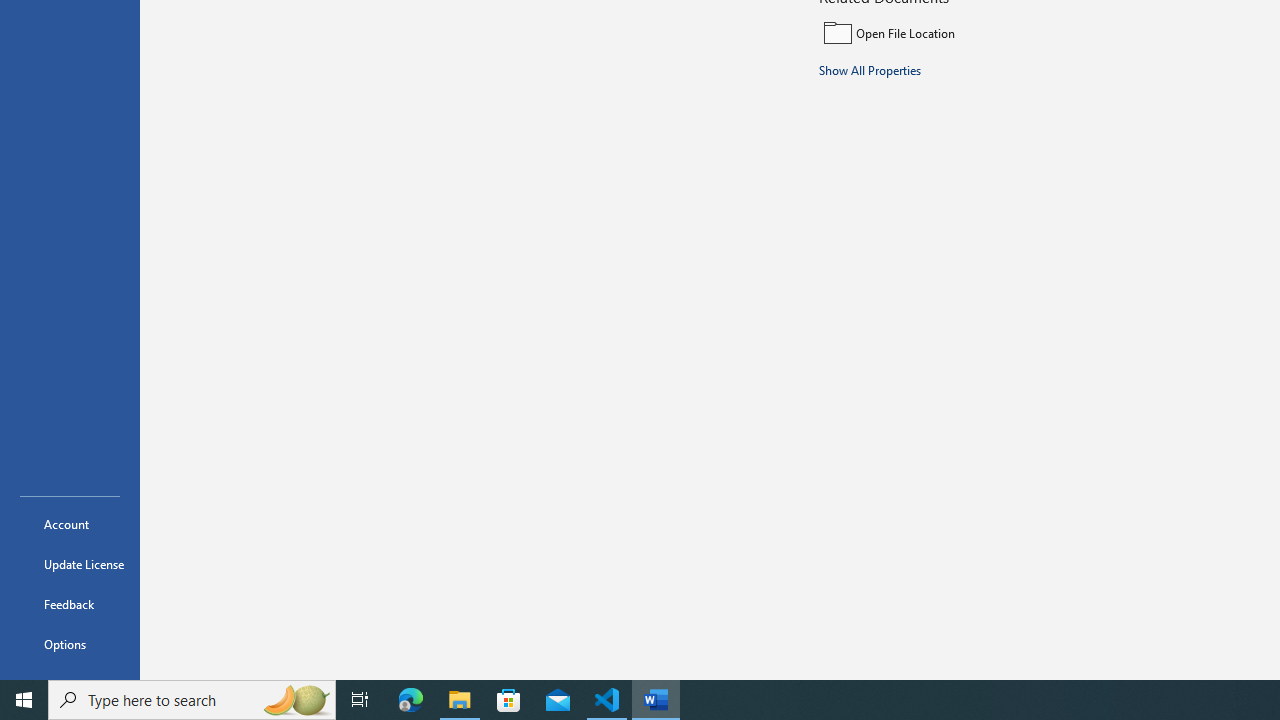  I want to click on 'Account', so click(69, 523).